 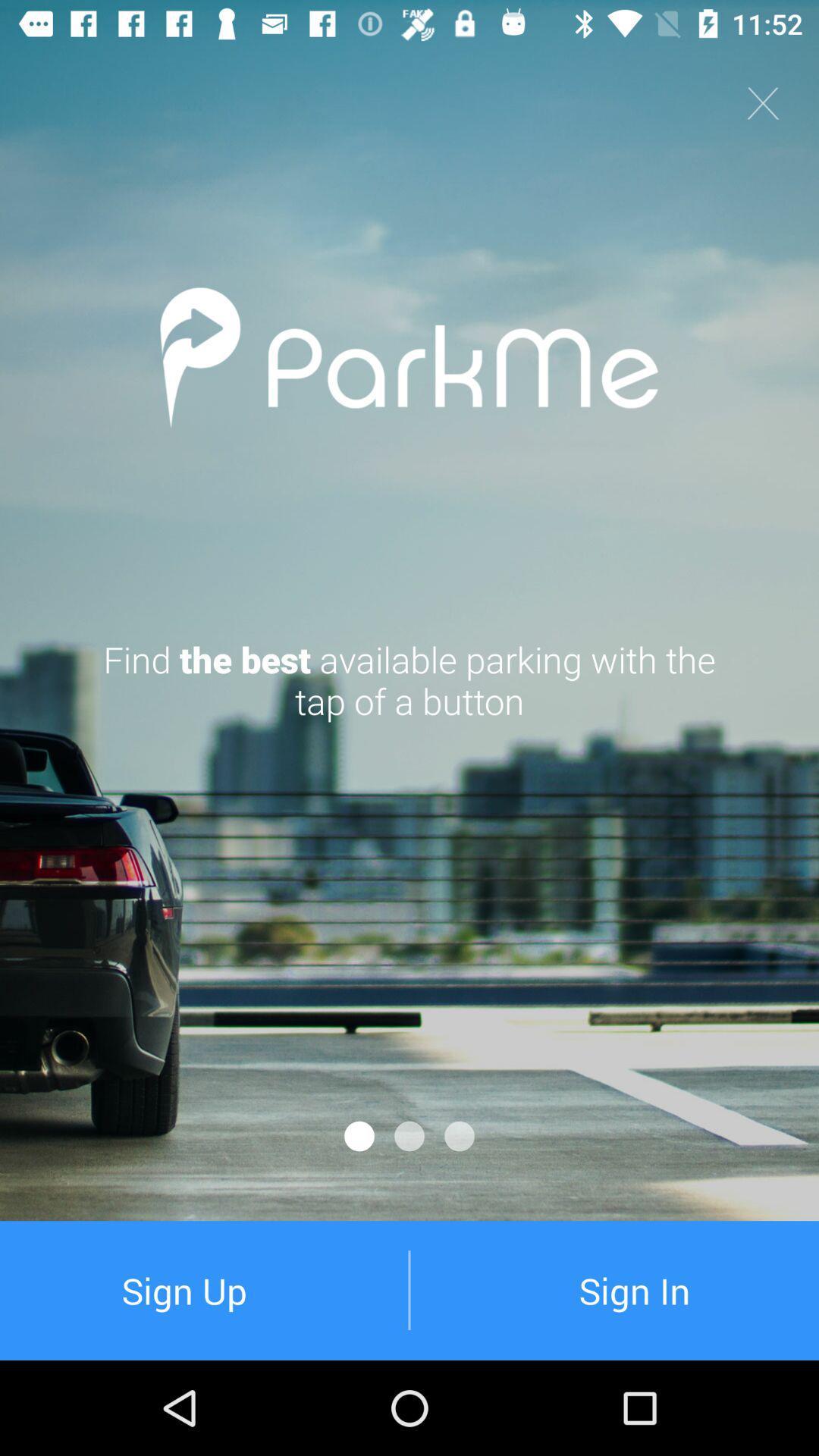 What do you see at coordinates (763, 102) in the screenshot?
I see `the close icon` at bounding box center [763, 102].